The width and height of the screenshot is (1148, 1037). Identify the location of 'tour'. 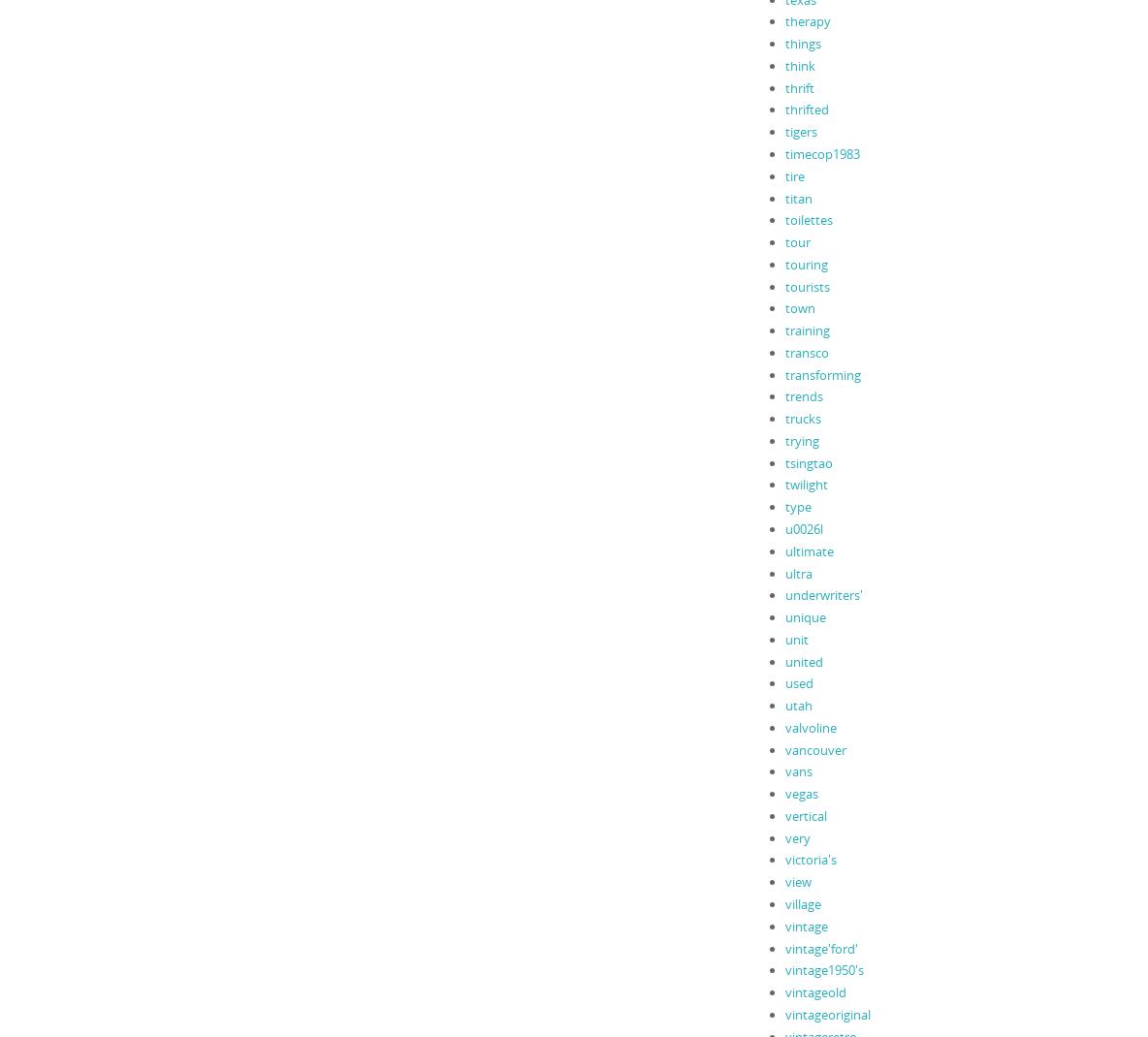
(797, 240).